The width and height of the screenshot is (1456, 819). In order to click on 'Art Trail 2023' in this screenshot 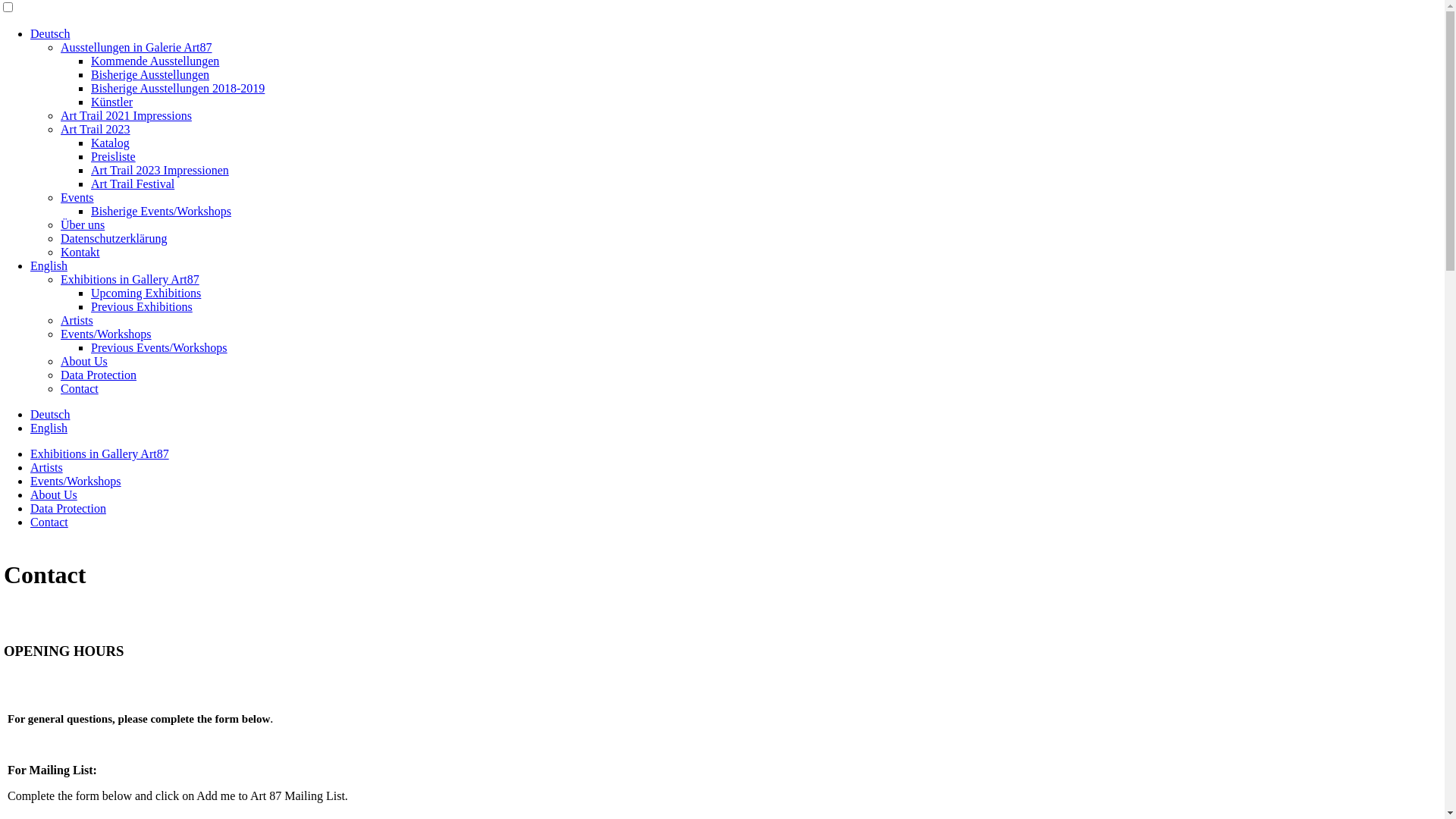, I will do `click(94, 128)`.